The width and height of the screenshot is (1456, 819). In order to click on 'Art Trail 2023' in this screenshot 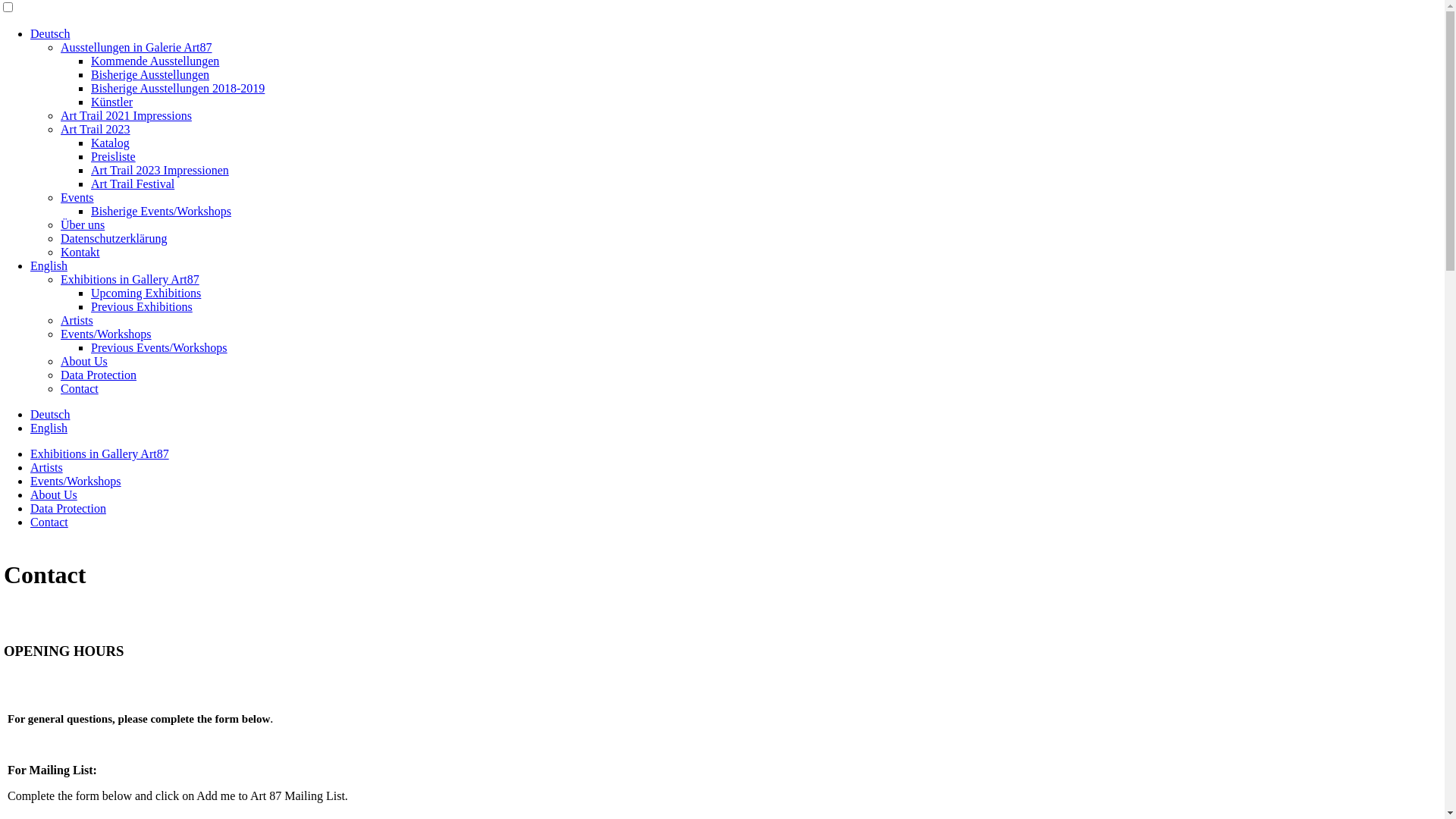, I will do `click(94, 128)`.